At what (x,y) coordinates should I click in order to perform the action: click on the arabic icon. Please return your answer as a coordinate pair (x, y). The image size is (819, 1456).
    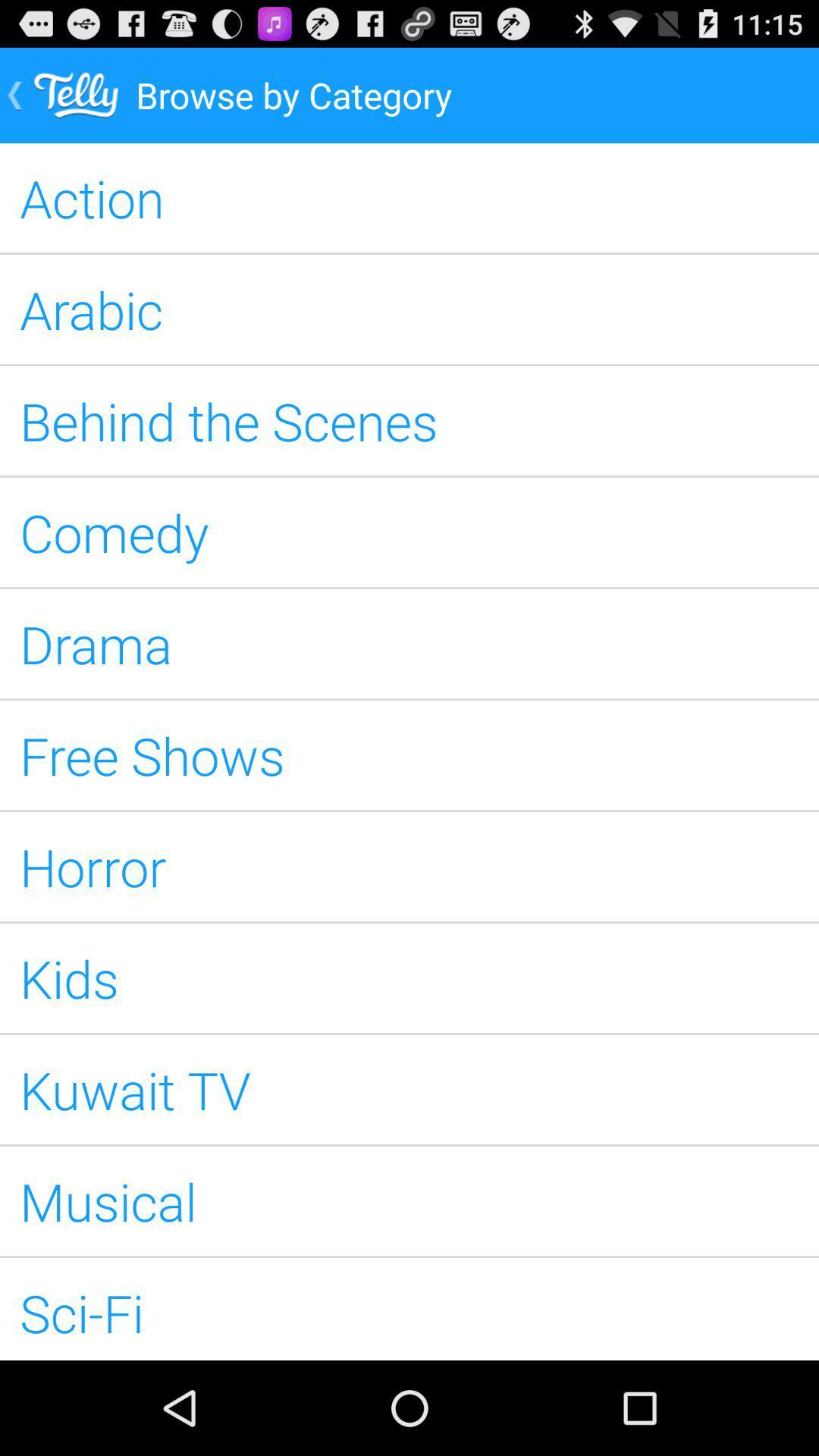
    Looking at the image, I should click on (409, 309).